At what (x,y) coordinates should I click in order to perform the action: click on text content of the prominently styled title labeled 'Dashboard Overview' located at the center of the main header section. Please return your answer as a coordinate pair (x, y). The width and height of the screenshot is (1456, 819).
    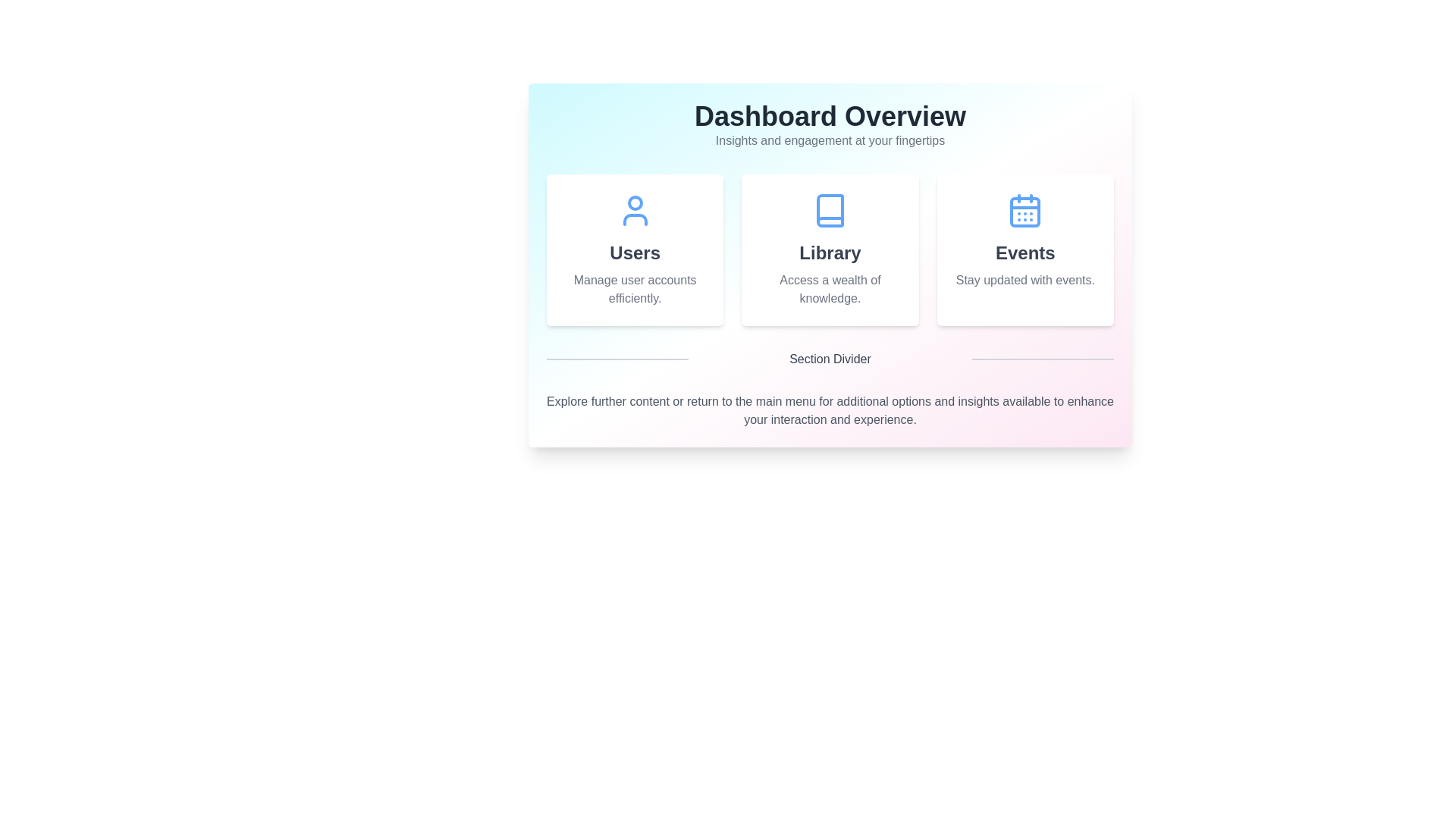
    Looking at the image, I should click on (829, 116).